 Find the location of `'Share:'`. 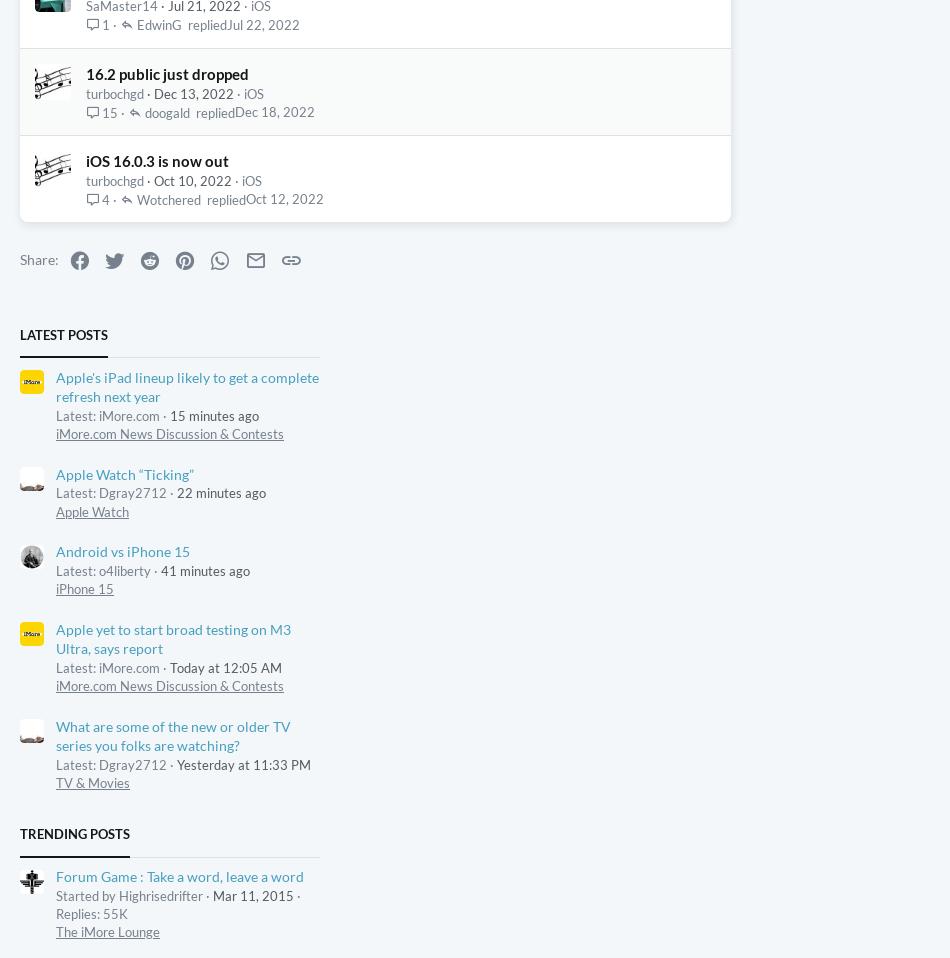

'Share:' is located at coordinates (39, 395).